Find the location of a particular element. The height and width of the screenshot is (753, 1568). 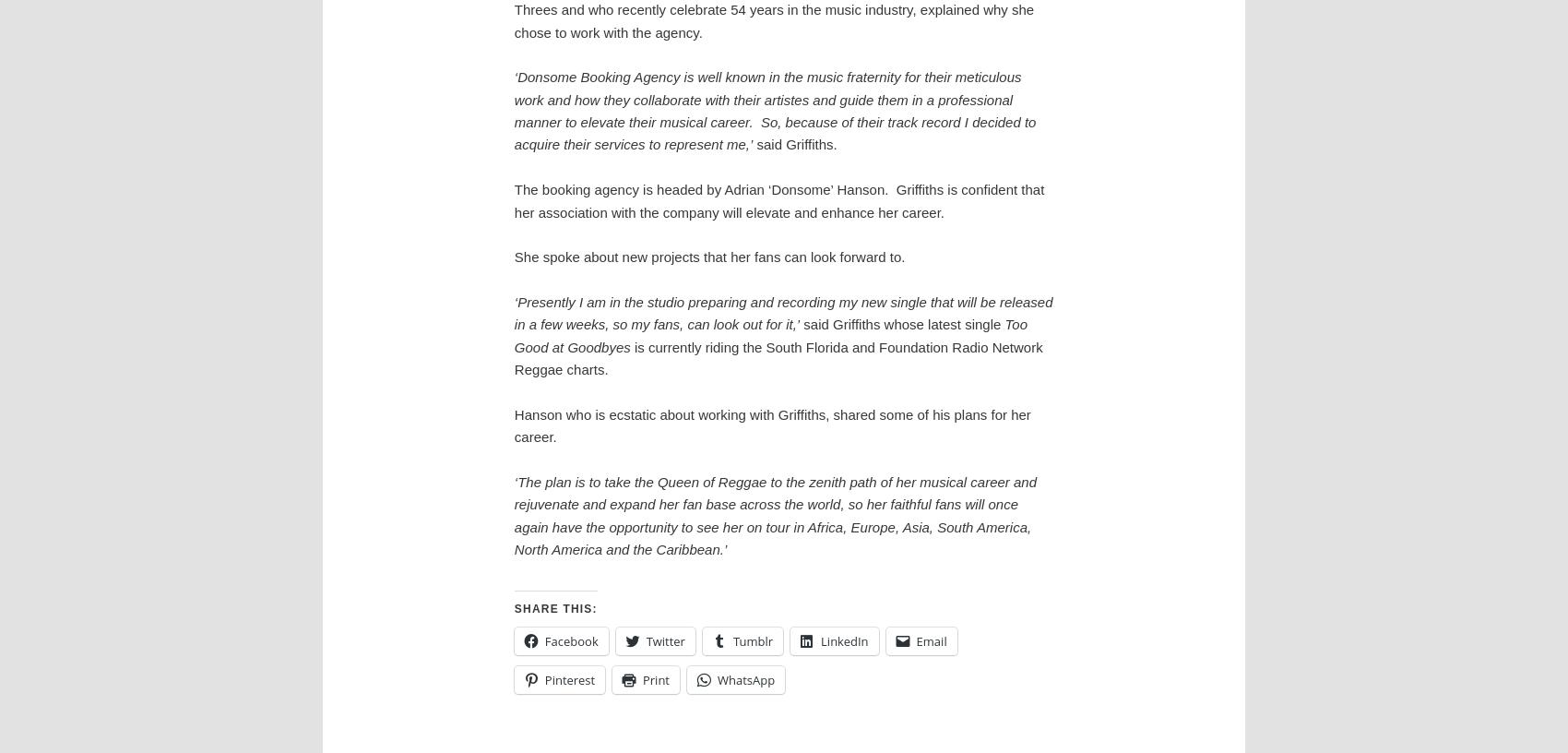

'‘The plan is to take the Queen of Reggae to the zenith path of her musical career and rejuvenate and expand her fan base across the world, so her faithful fans will once again have the opportunity to see her on tour in Africa, Europe, Asia, South America, North America and the Caribbean.’' is located at coordinates (774, 515).